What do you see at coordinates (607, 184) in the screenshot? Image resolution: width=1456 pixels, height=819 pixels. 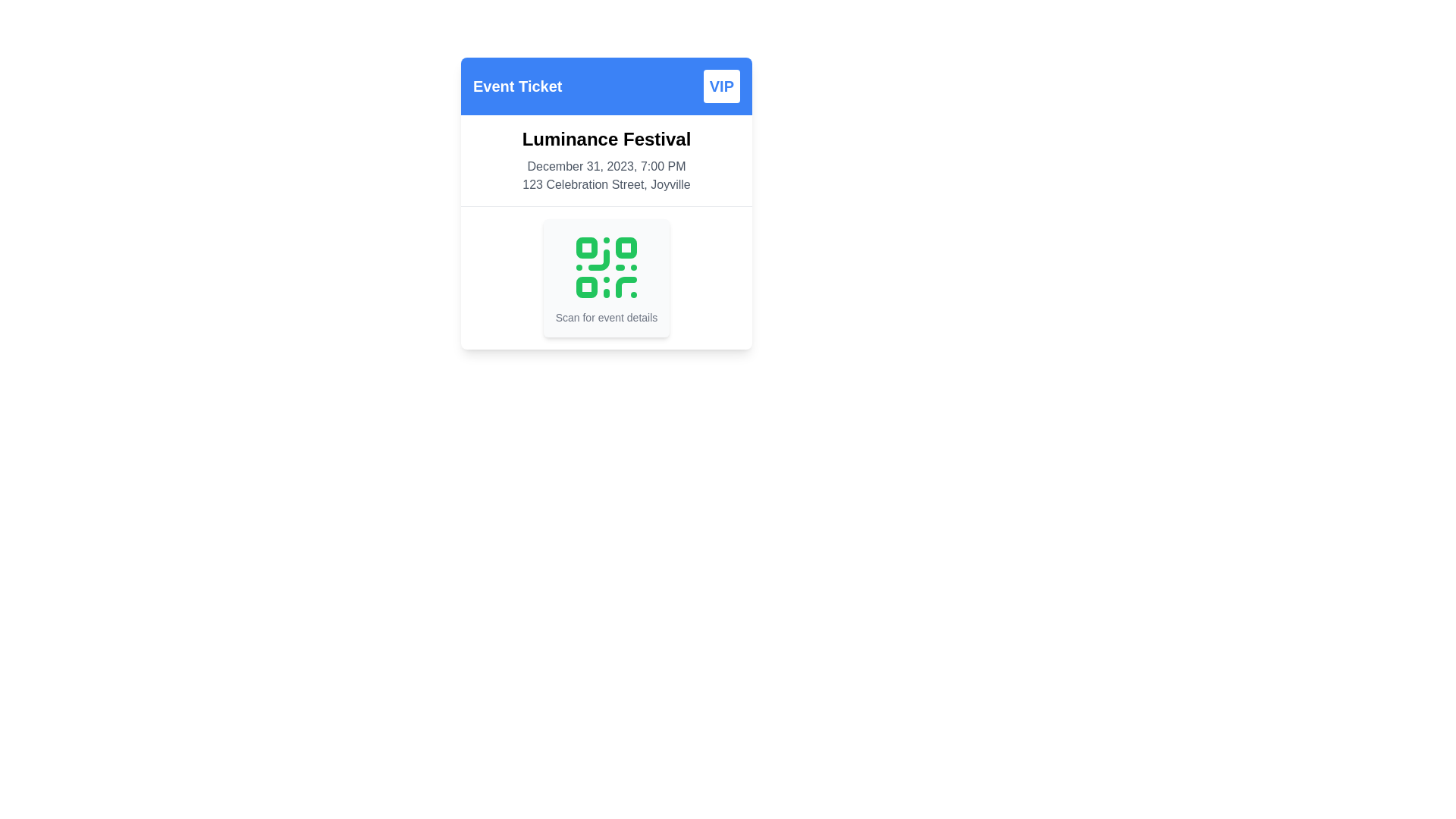 I see `the static text field displaying the address '123 Celebration Street, Joyville', located below the date text and above the QR code section` at bounding box center [607, 184].